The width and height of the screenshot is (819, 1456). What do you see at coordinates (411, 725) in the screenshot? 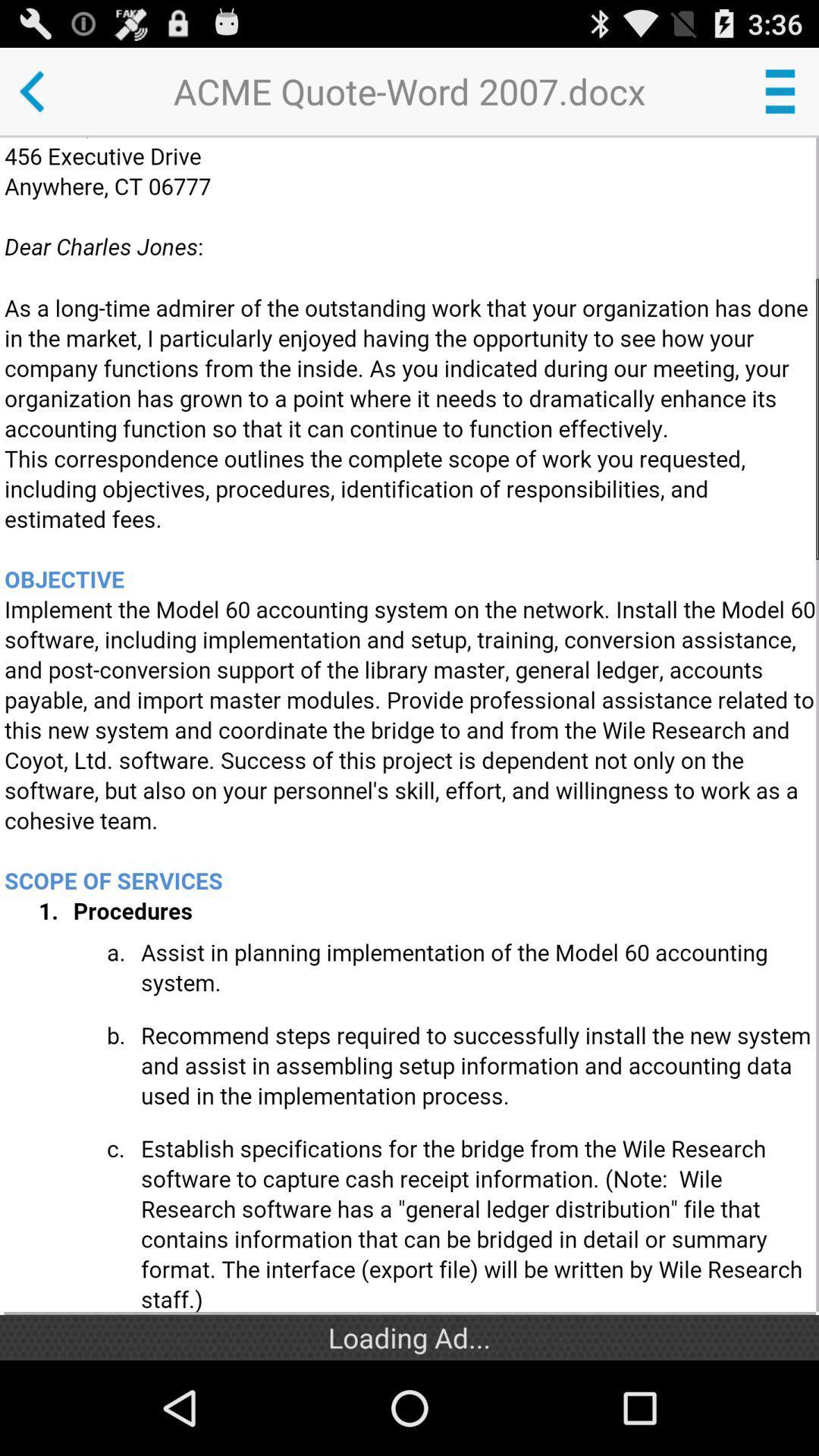
I see `the item at the center` at bounding box center [411, 725].